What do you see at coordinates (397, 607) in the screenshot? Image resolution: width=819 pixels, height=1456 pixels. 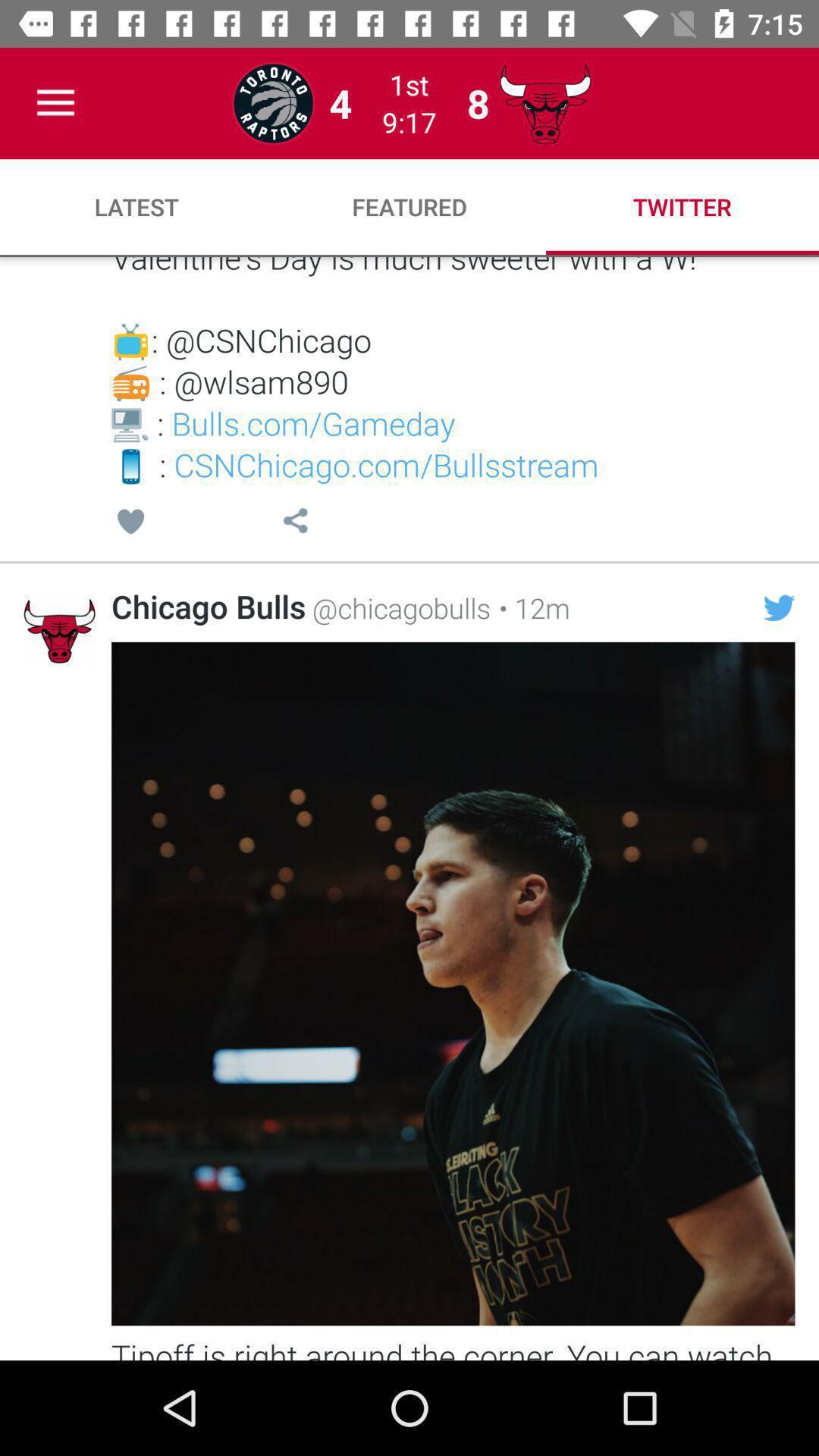 I see `@chicagobulls item` at bounding box center [397, 607].